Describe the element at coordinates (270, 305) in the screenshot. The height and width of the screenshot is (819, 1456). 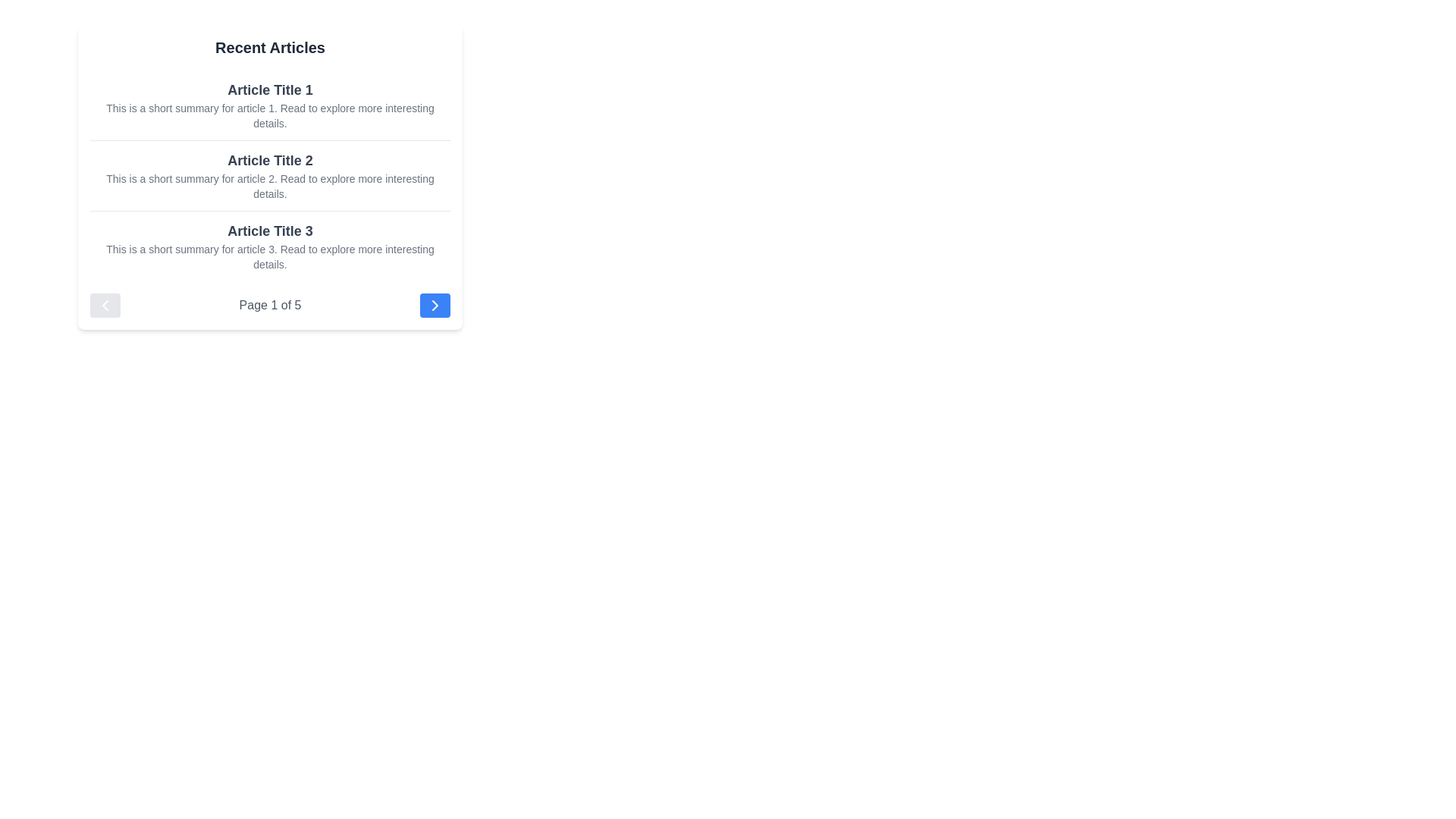
I see `the text label indicating the current page number and total number of pages, which is centrally located between two pagination buttons` at that location.